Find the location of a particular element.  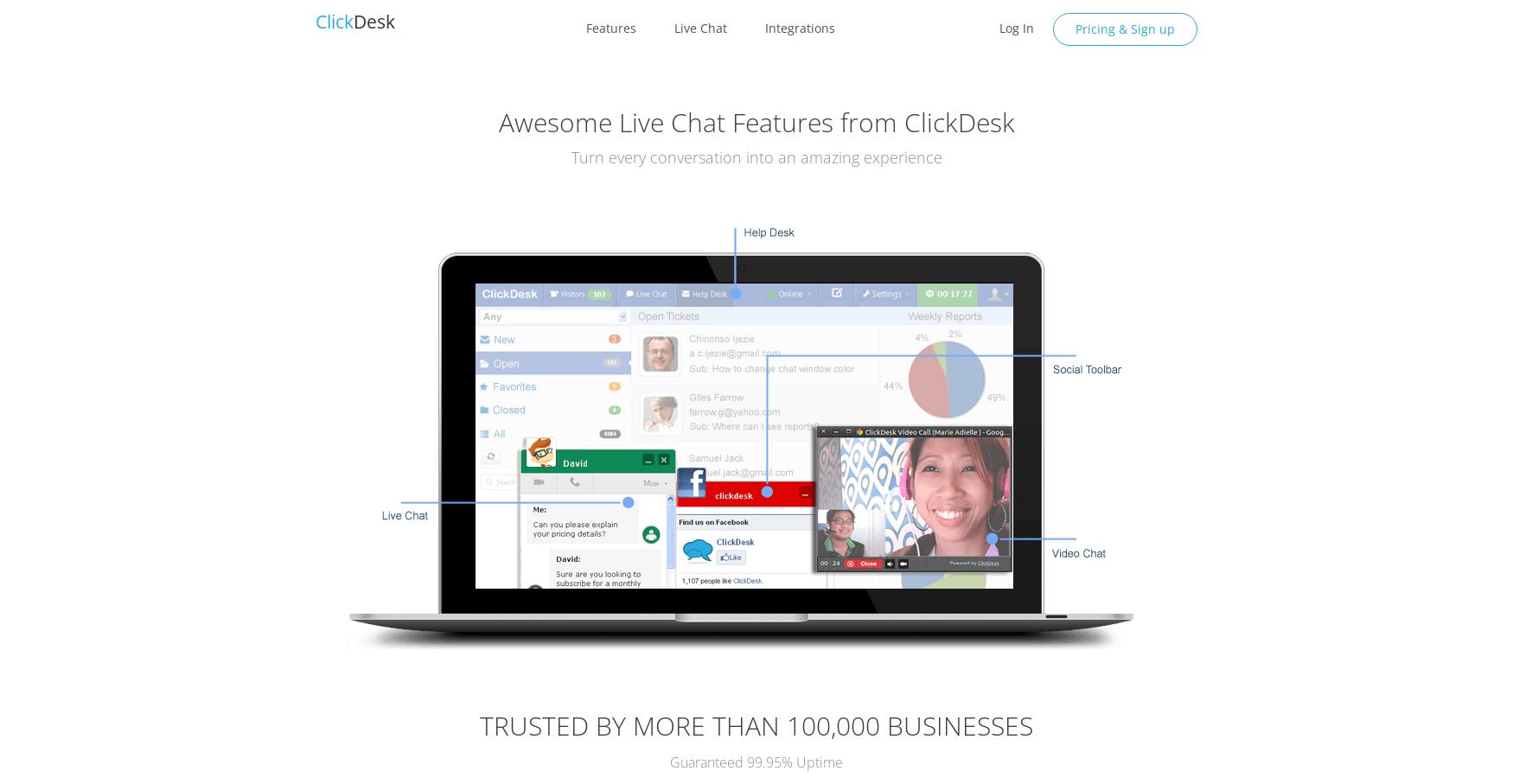

'Pricing & Sign up' is located at coordinates (1124, 28).